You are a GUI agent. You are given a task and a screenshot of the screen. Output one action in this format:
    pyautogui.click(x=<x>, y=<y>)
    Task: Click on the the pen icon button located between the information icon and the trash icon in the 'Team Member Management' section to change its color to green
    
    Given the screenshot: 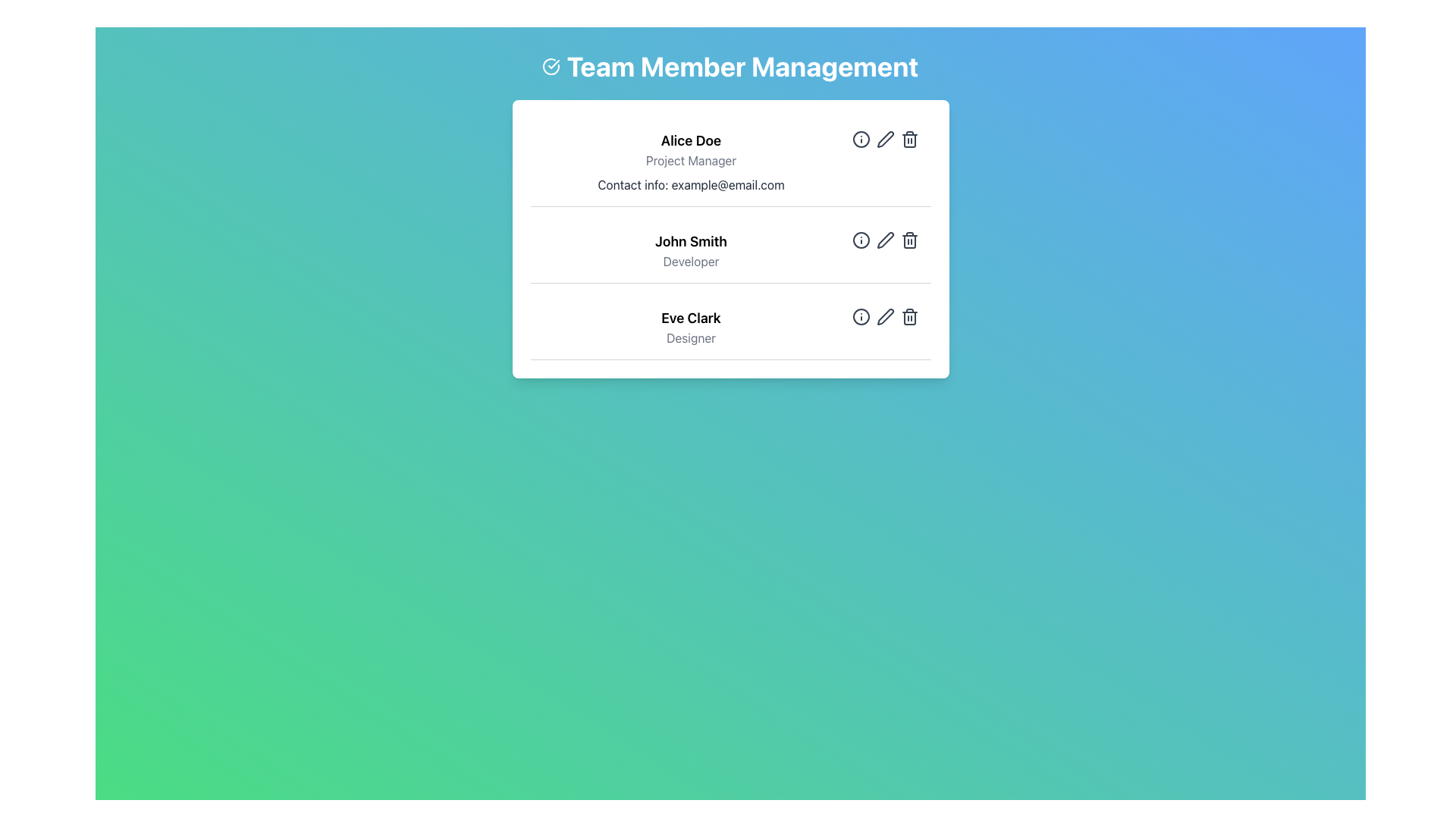 What is the action you would take?
    pyautogui.click(x=885, y=315)
    